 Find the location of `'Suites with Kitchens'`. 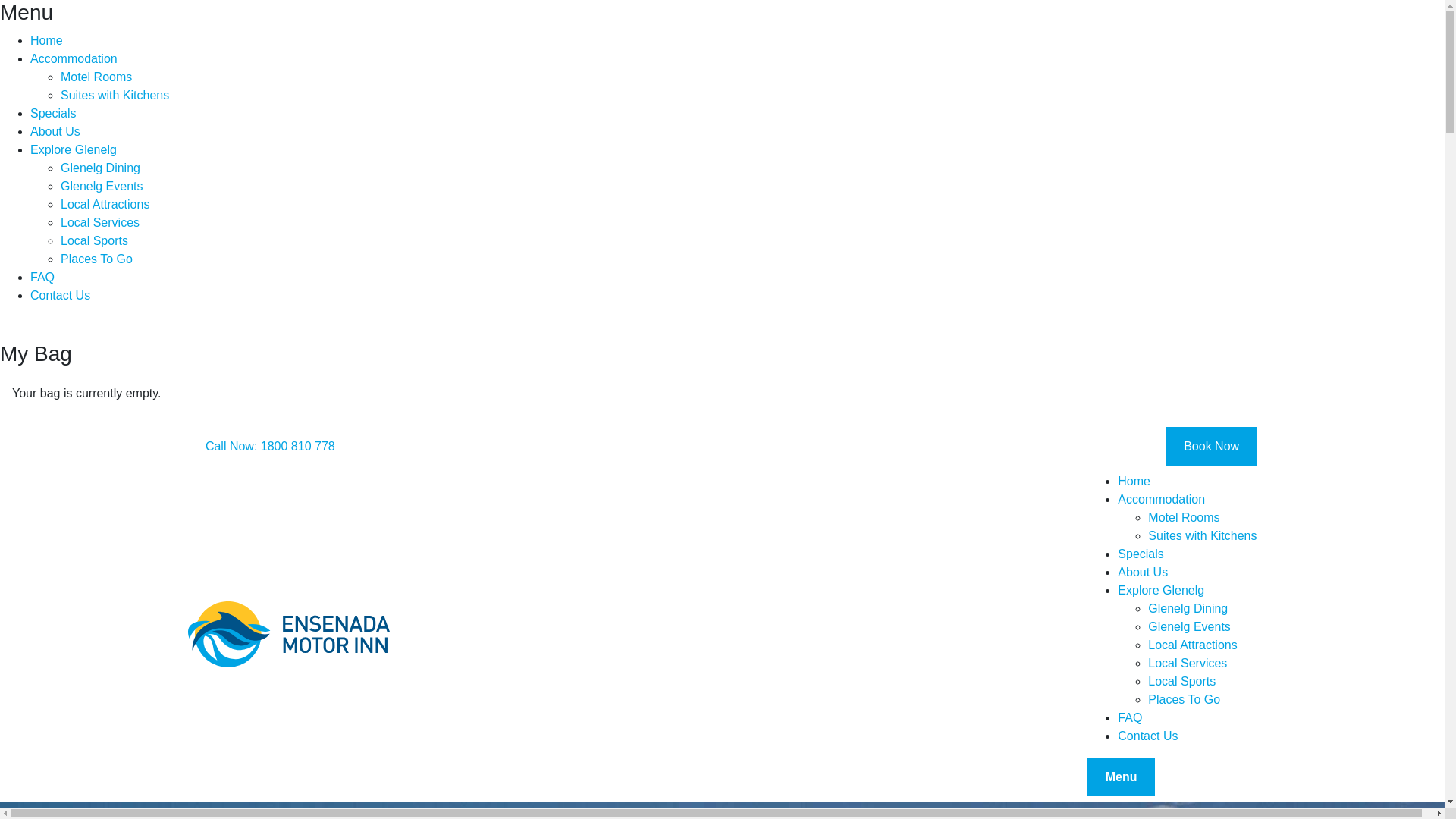

'Suites with Kitchens' is located at coordinates (1147, 535).